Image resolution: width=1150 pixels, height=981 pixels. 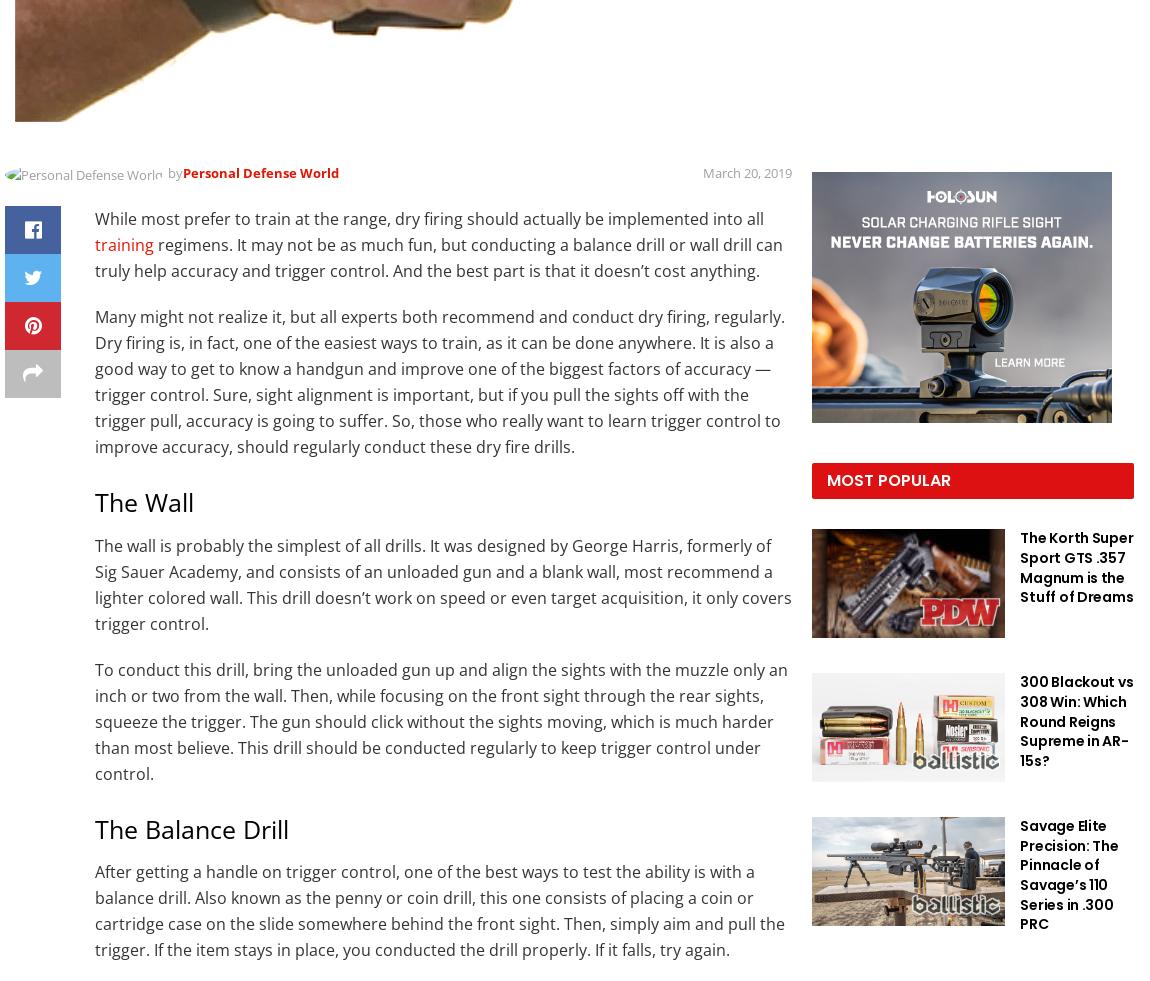 What do you see at coordinates (123, 243) in the screenshot?
I see `'training'` at bounding box center [123, 243].